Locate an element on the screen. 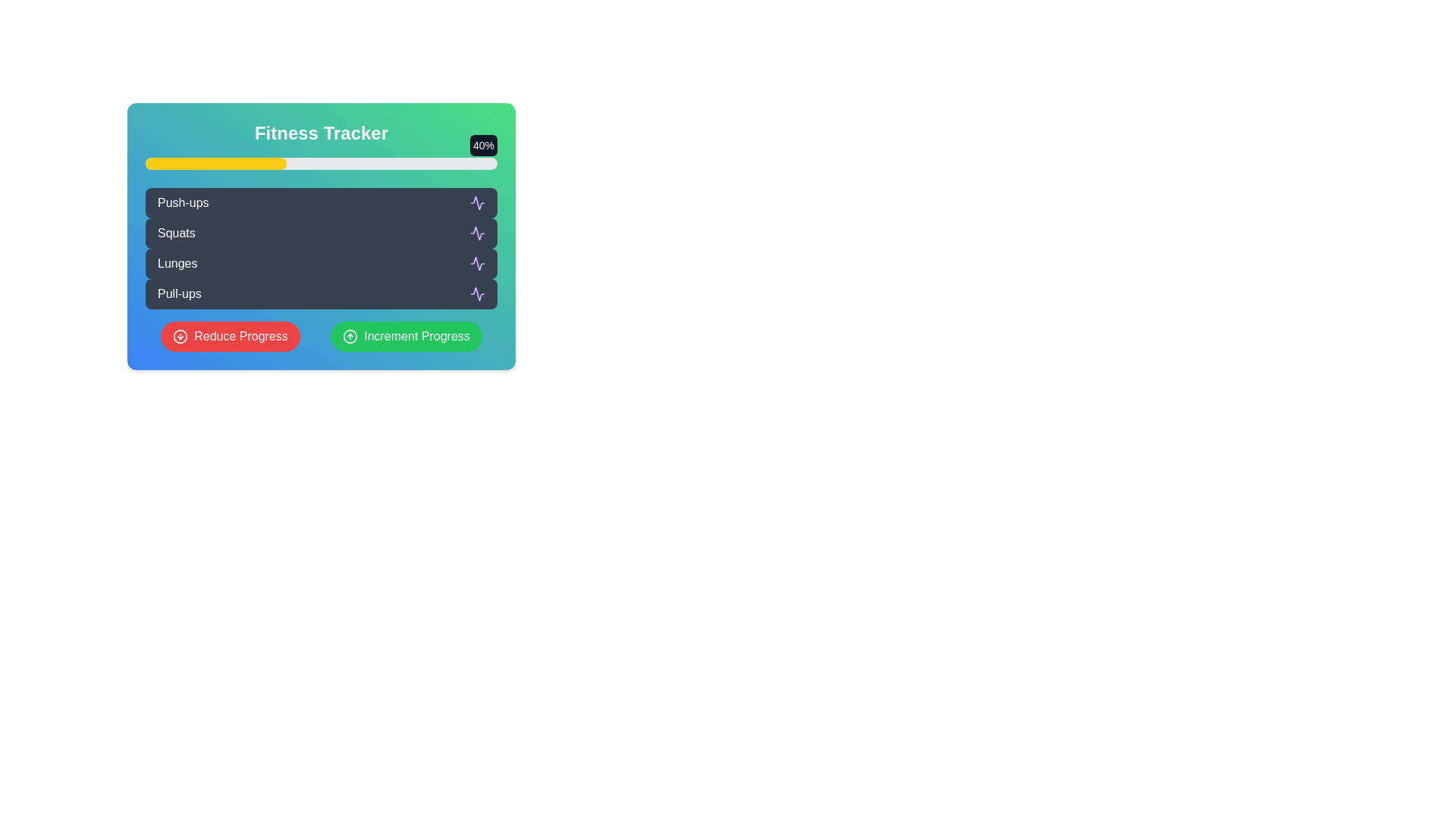 The image size is (1456, 819). the progress bar indicating 40% progress, which is styled with a rounded appearance and a light gray background, located beneath the 'Fitness Tracker' title is located at coordinates (320, 164).